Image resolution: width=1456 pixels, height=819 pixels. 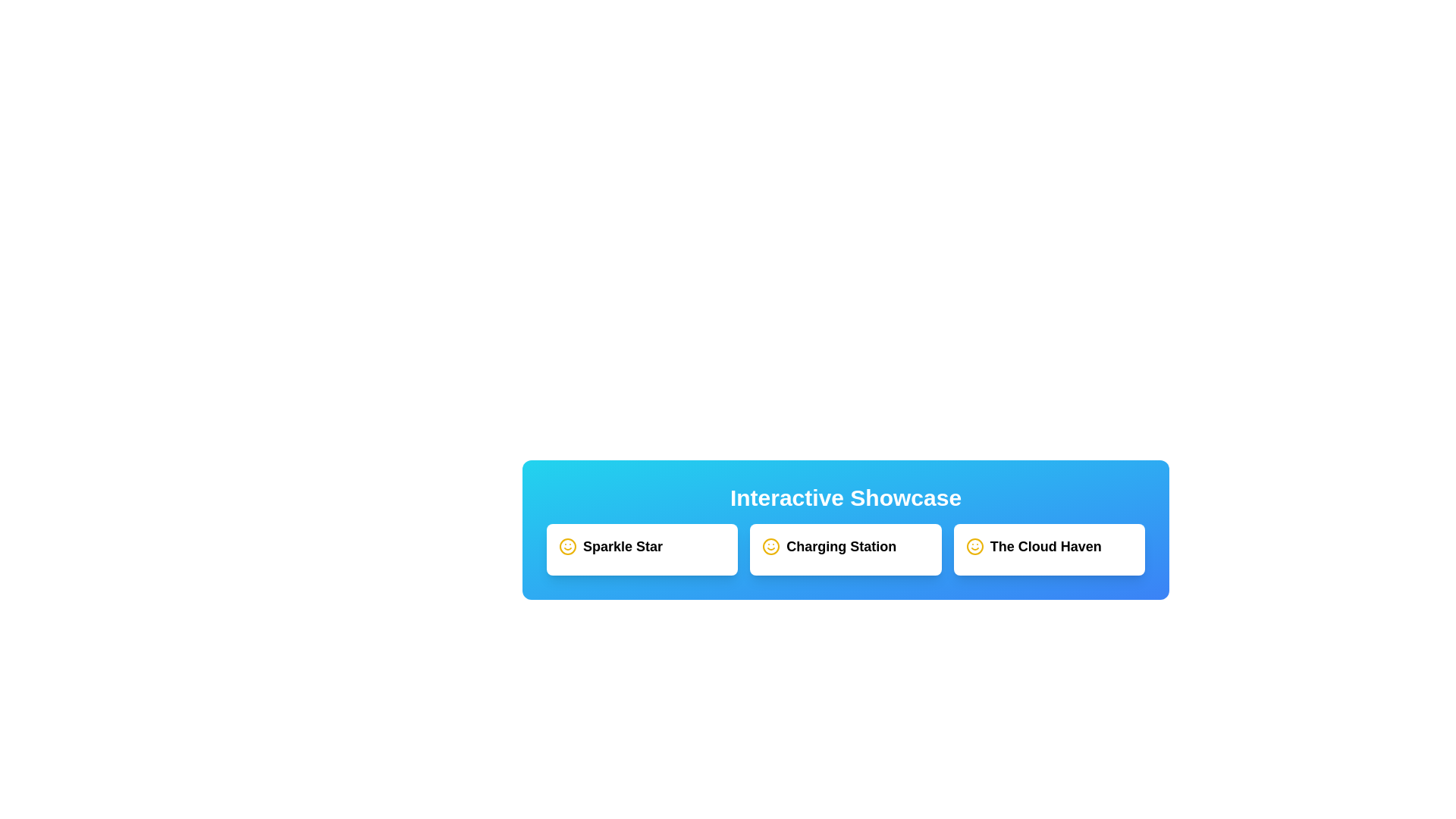 I want to click on the smiley icon inside the circular boundary located to the left of the 'Sparkle Star' button, so click(x=566, y=547).